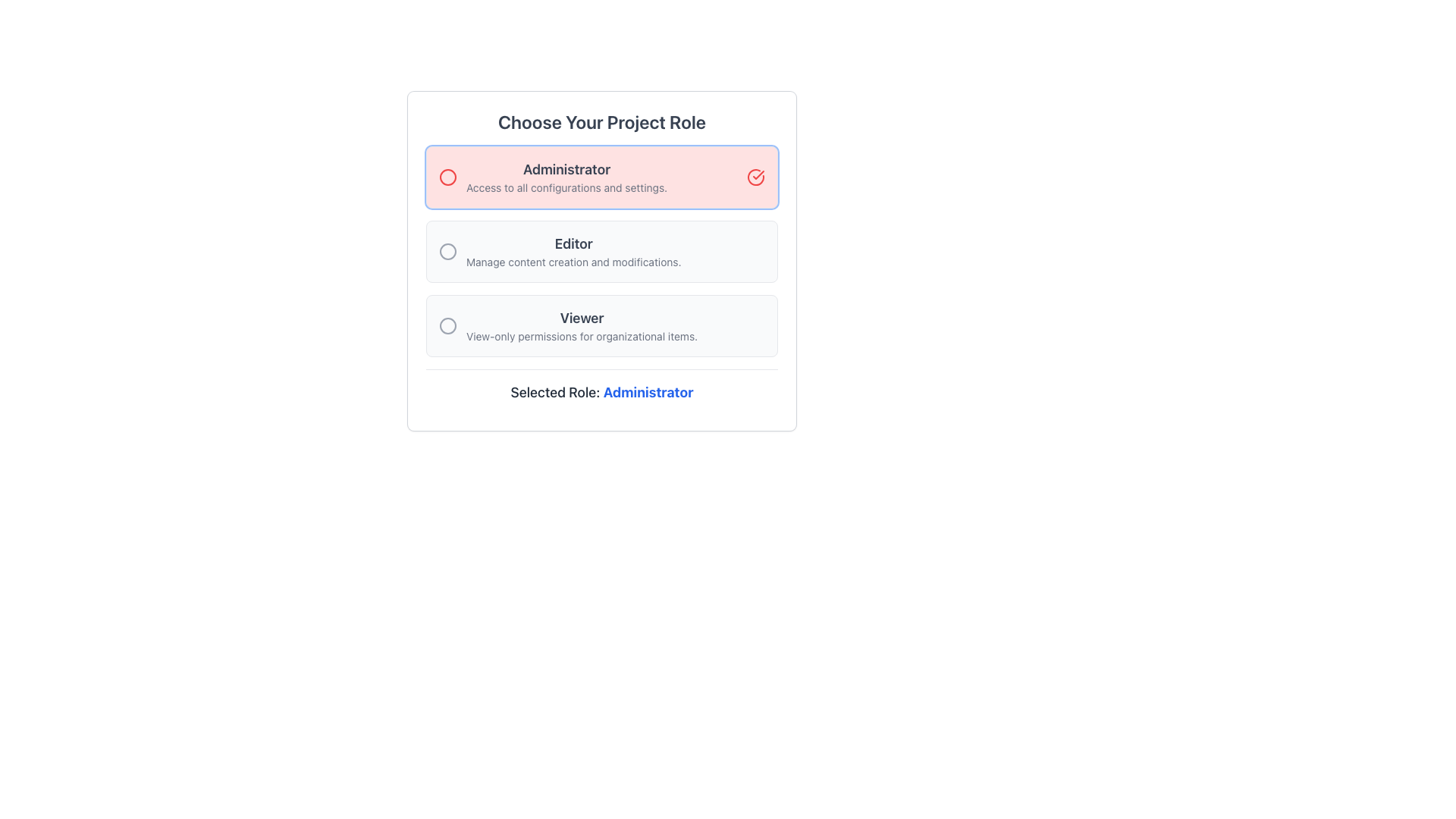 The width and height of the screenshot is (1456, 819). Describe the element at coordinates (559, 250) in the screenshot. I see `the 'Editor' role option, which has a circular unselected radio button` at that location.